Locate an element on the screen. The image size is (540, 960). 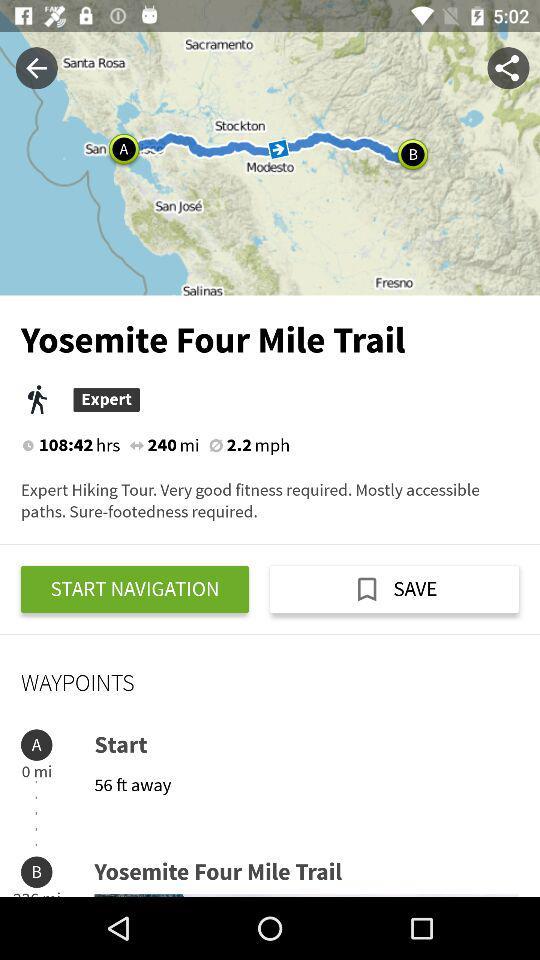
the icon to the left of 240mi is located at coordinates (135, 445).